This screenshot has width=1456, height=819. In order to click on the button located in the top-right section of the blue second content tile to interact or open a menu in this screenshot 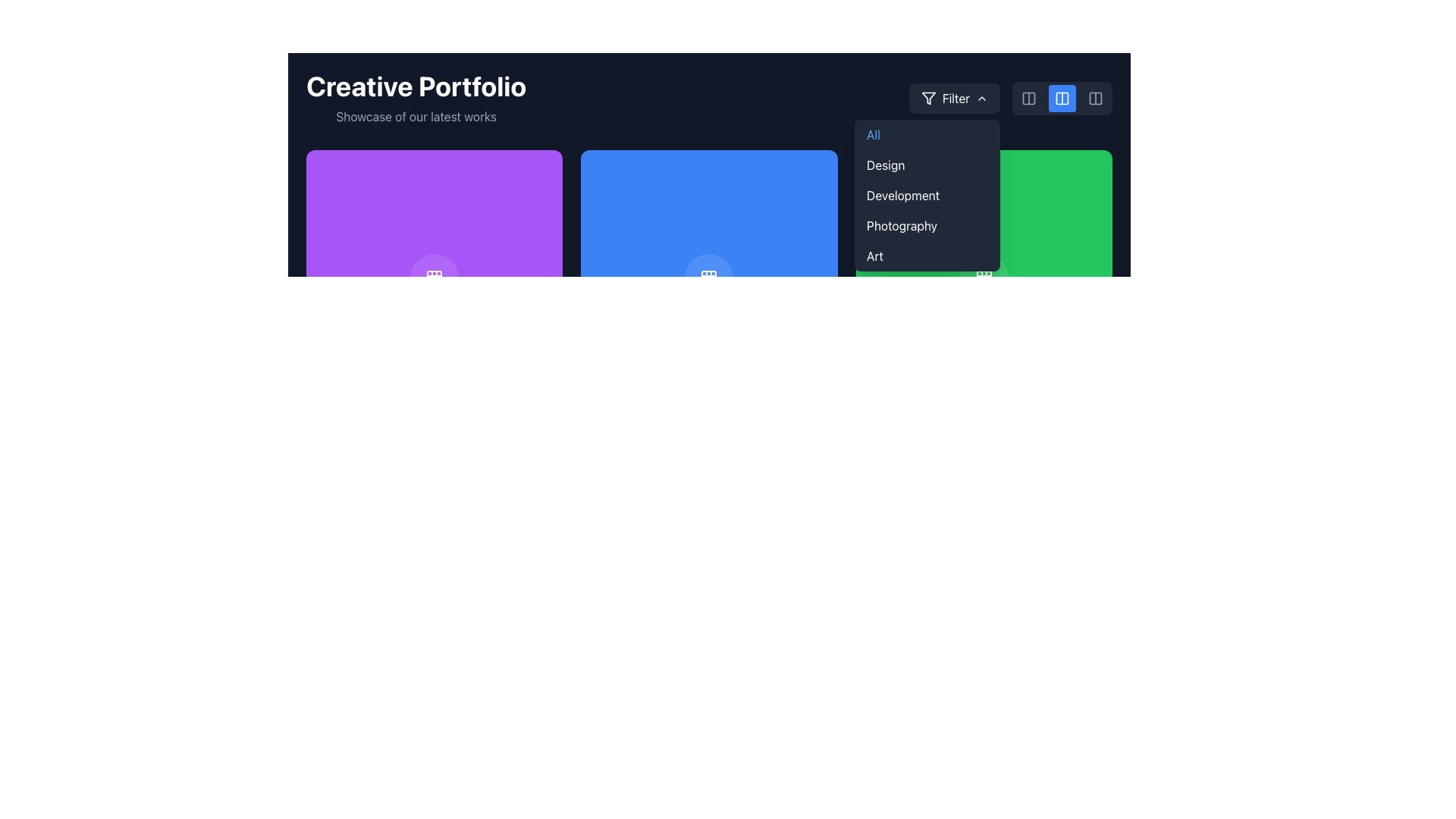, I will do `click(708, 278)`.